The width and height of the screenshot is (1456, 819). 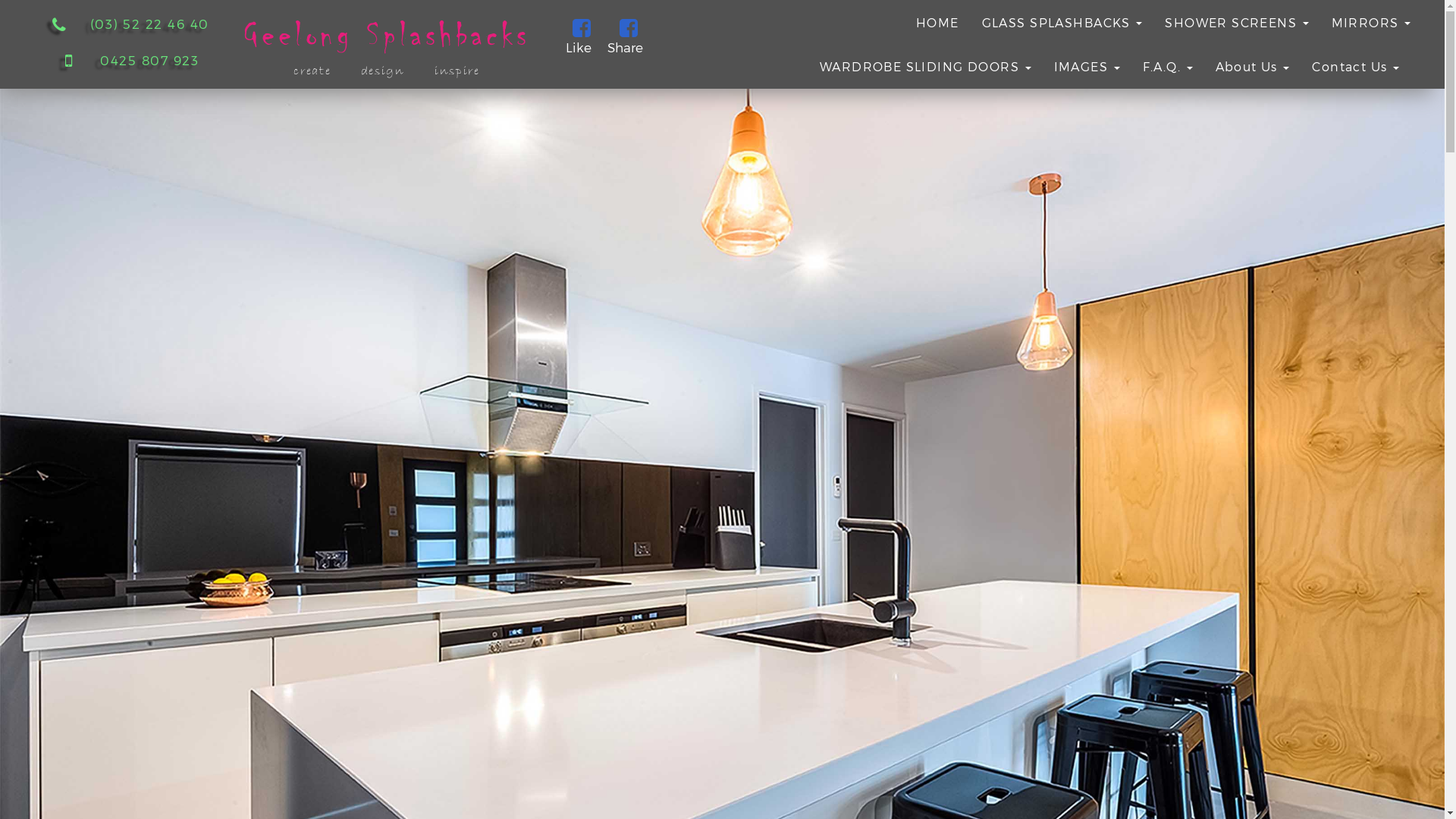 What do you see at coordinates (1062, 22) in the screenshot?
I see `'GLASS SPLASHBACKS'` at bounding box center [1062, 22].